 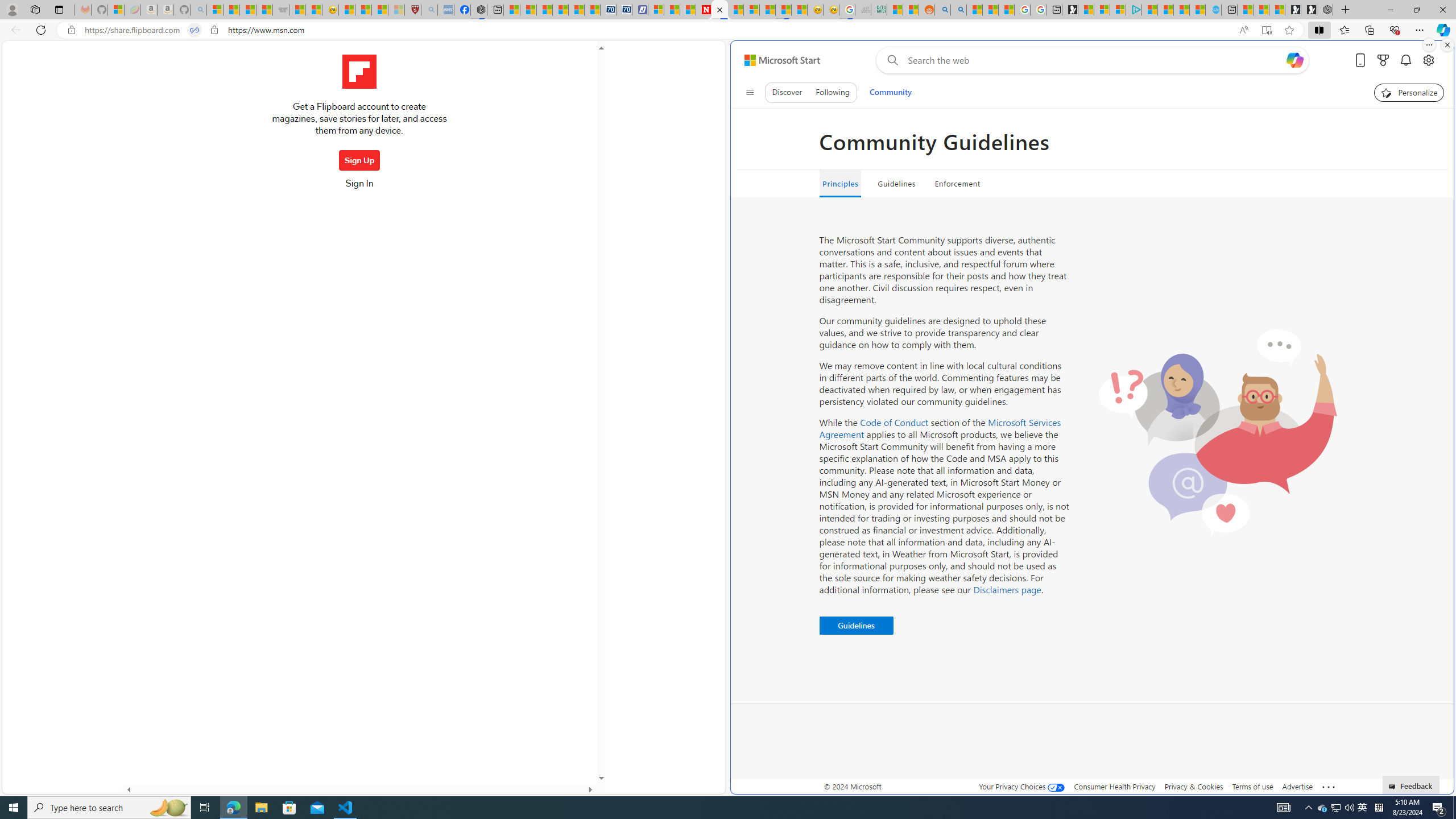 What do you see at coordinates (115, 9) in the screenshot?
I see `'Microsoft-Report a Concern to Bing'` at bounding box center [115, 9].